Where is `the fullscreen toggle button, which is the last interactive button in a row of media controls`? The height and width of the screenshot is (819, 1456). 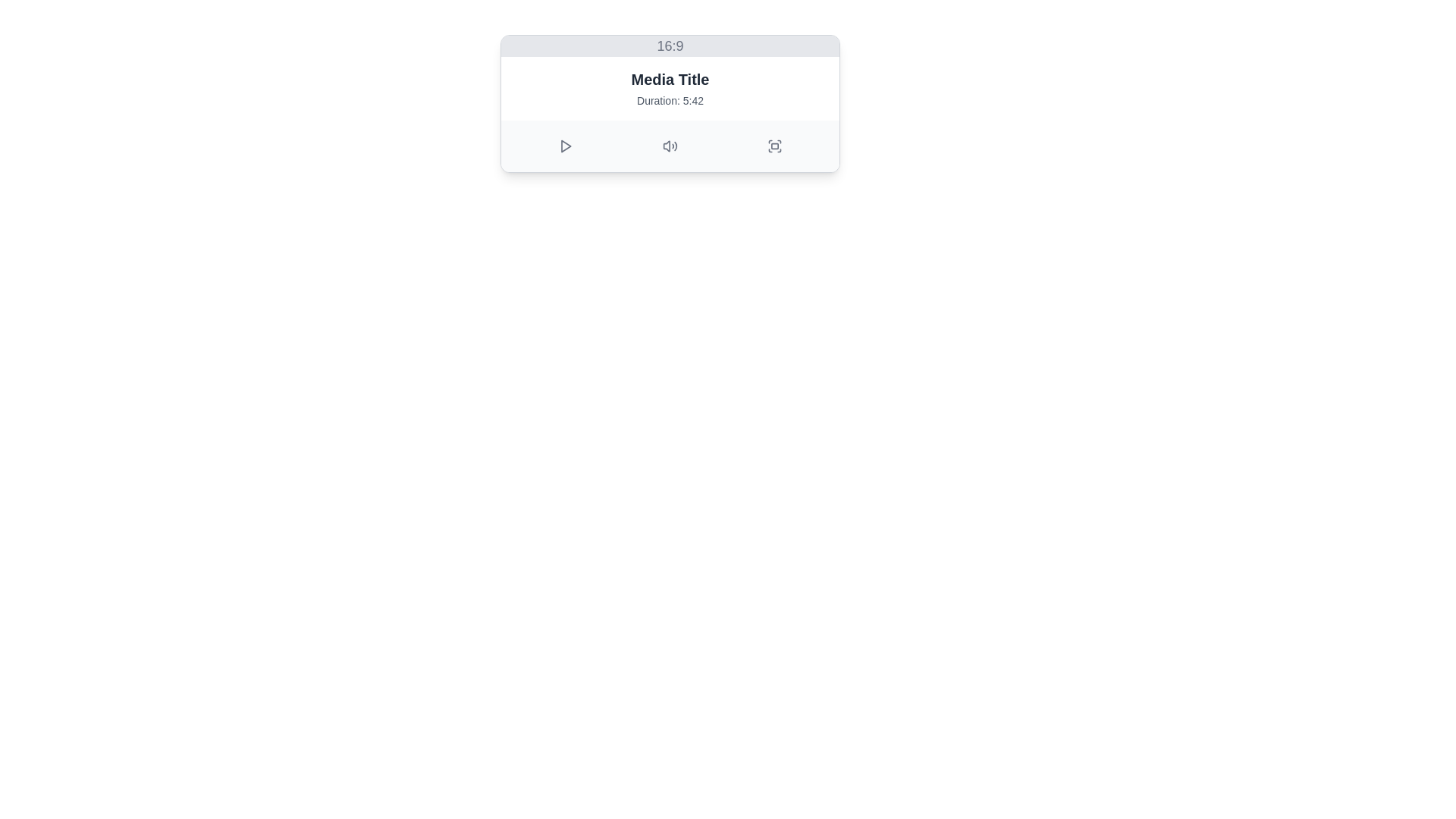 the fullscreen toggle button, which is the last interactive button in a row of media controls is located at coordinates (775, 146).